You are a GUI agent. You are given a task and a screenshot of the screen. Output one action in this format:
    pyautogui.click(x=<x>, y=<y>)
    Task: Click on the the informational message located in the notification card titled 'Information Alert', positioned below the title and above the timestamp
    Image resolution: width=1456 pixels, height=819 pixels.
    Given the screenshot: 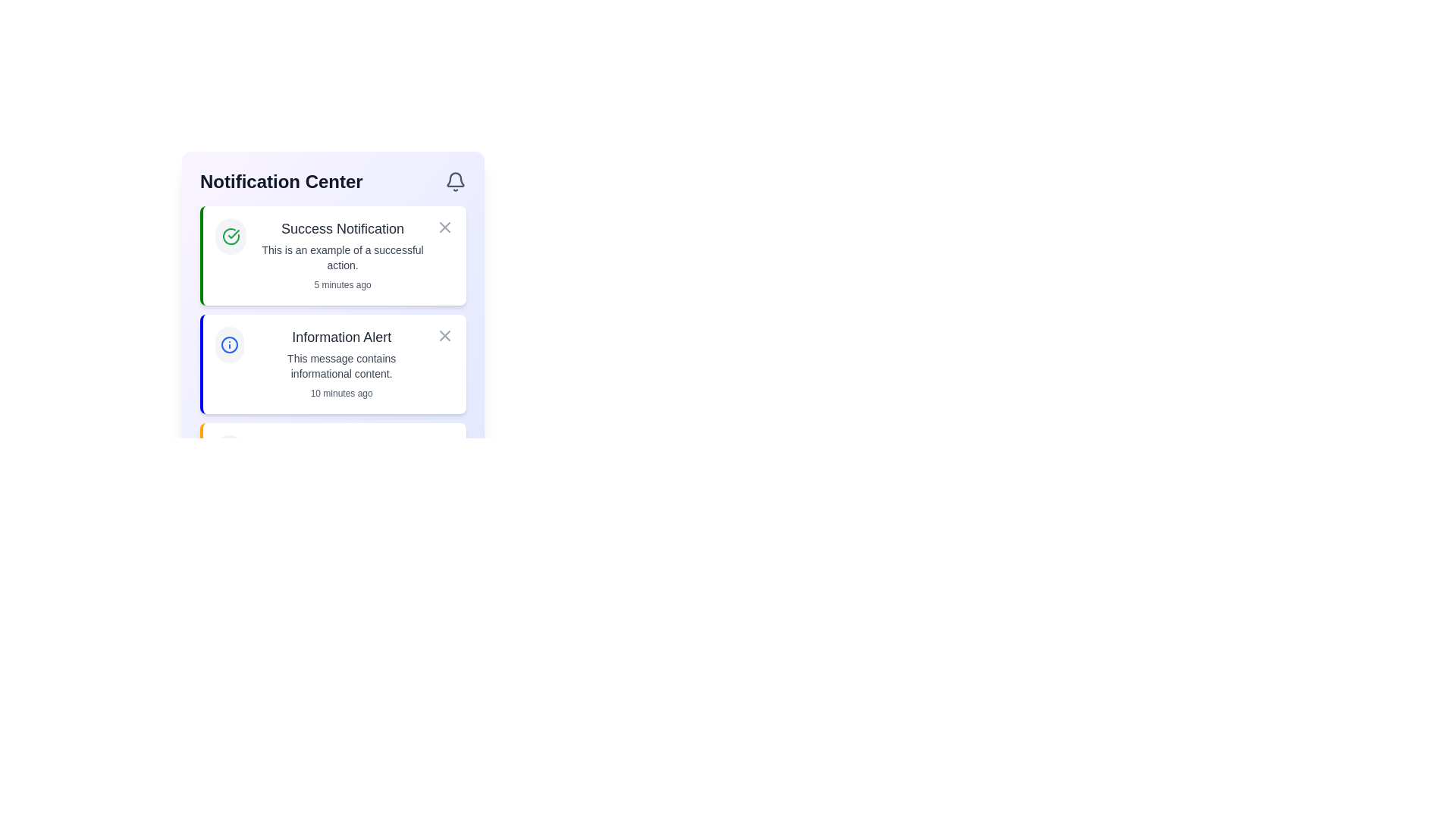 What is the action you would take?
    pyautogui.click(x=340, y=366)
    